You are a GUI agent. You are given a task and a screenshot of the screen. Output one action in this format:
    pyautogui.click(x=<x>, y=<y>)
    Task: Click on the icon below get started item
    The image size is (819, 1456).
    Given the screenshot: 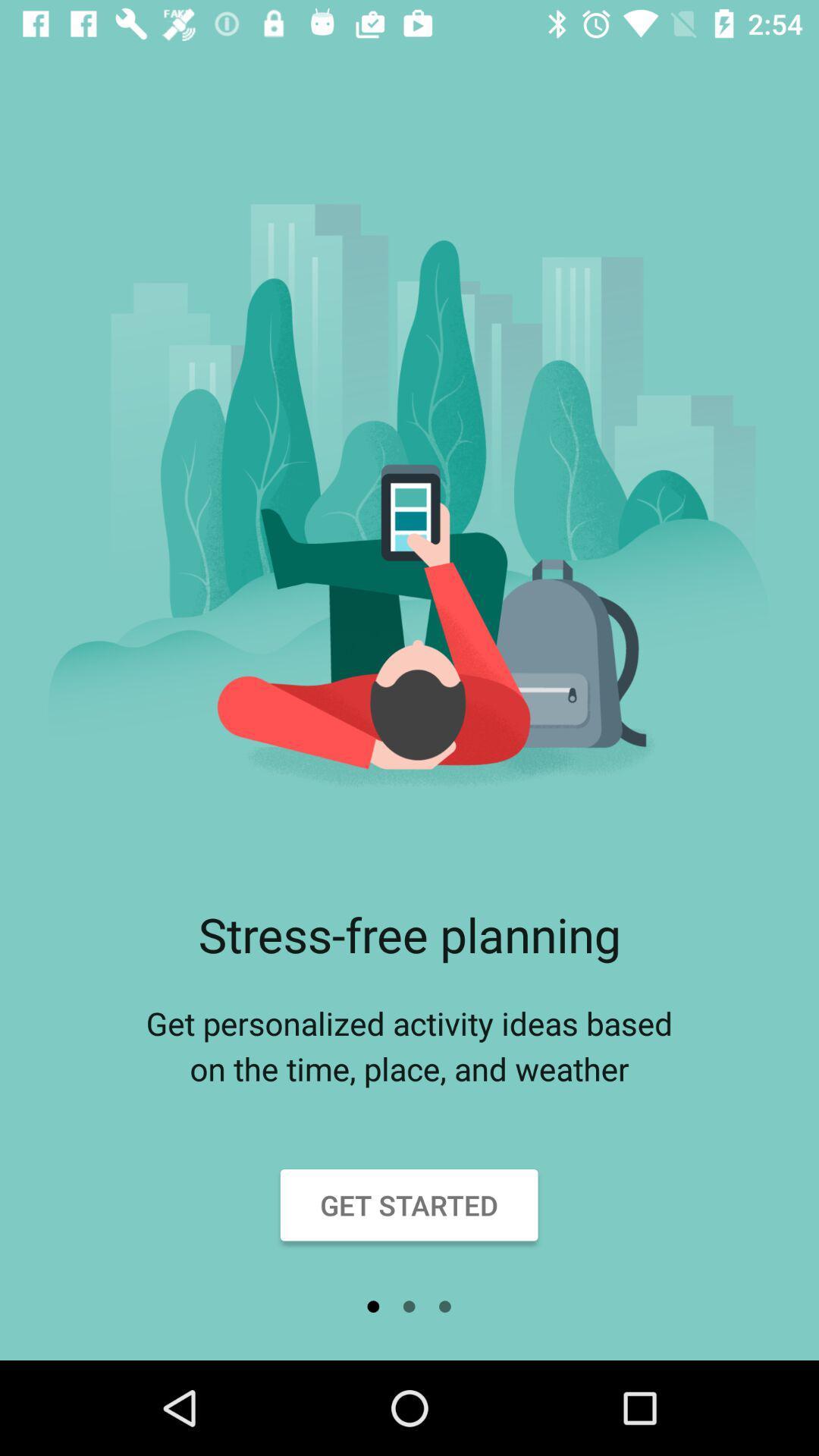 What is the action you would take?
    pyautogui.click(x=373, y=1306)
    